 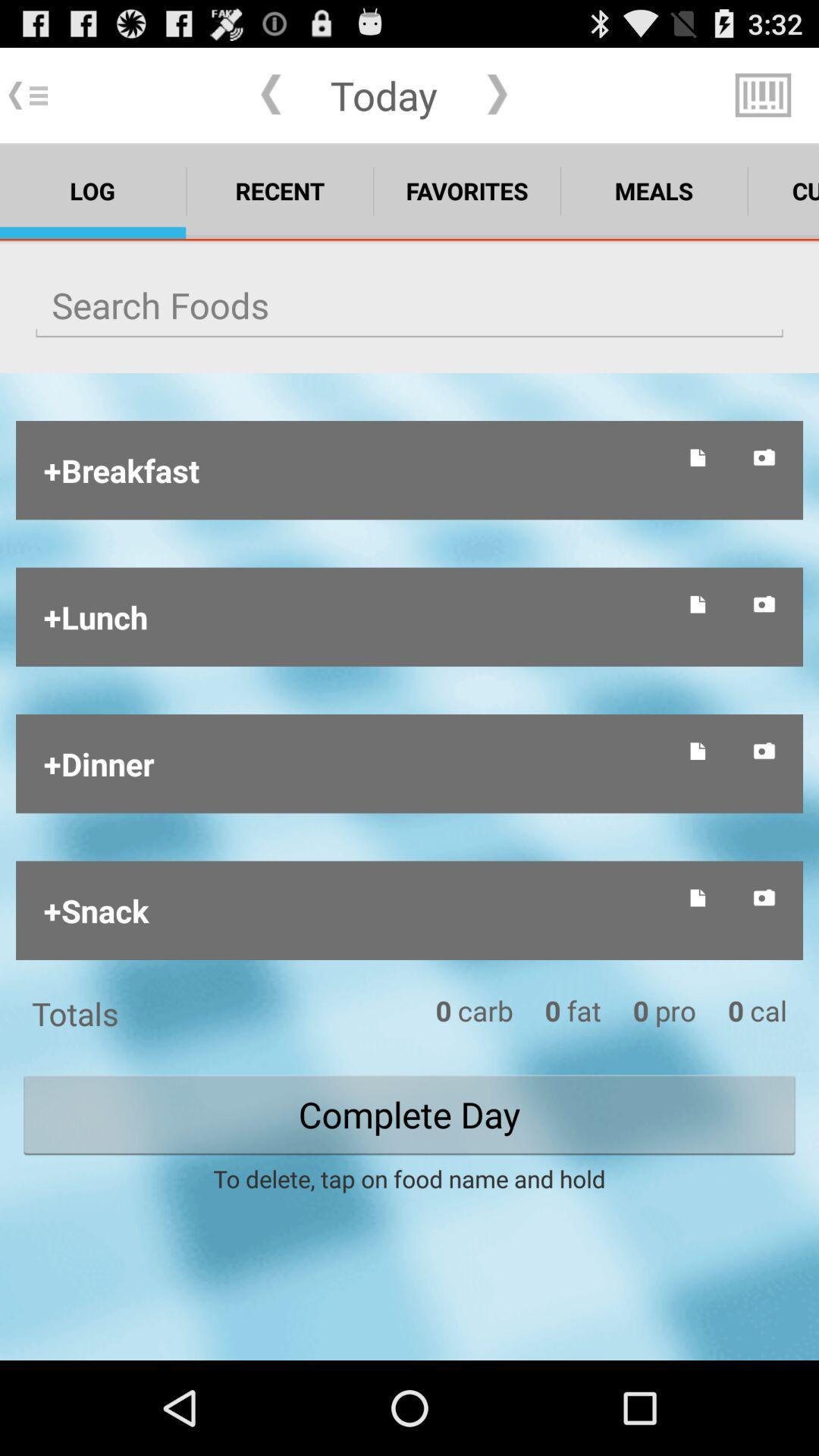 I want to click on the icon which is after breakfast, so click(x=698, y=457).